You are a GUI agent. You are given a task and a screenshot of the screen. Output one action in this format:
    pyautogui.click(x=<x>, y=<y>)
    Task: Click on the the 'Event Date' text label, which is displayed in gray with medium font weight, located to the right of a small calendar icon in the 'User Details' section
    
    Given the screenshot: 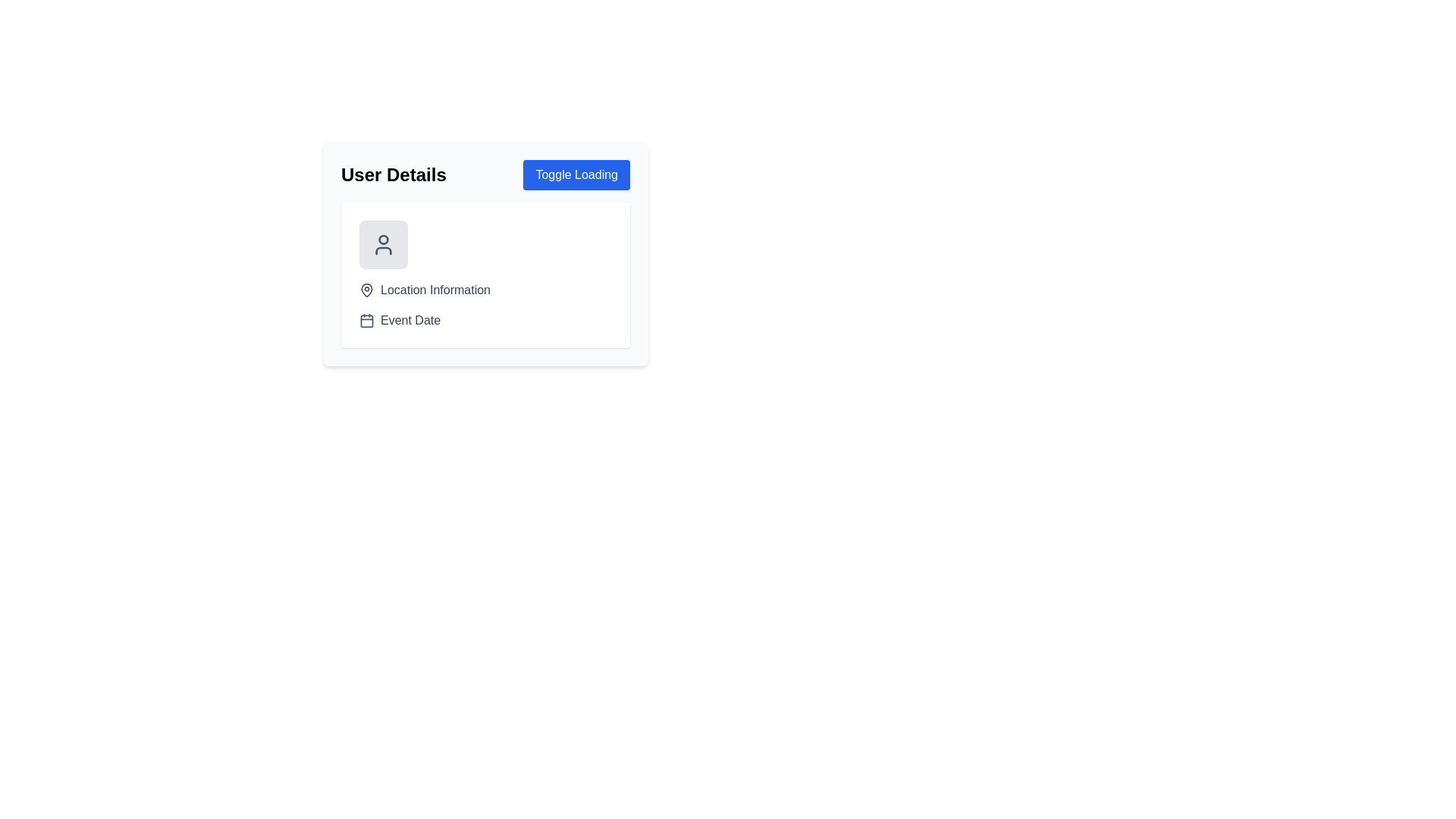 What is the action you would take?
    pyautogui.click(x=410, y=320)
    